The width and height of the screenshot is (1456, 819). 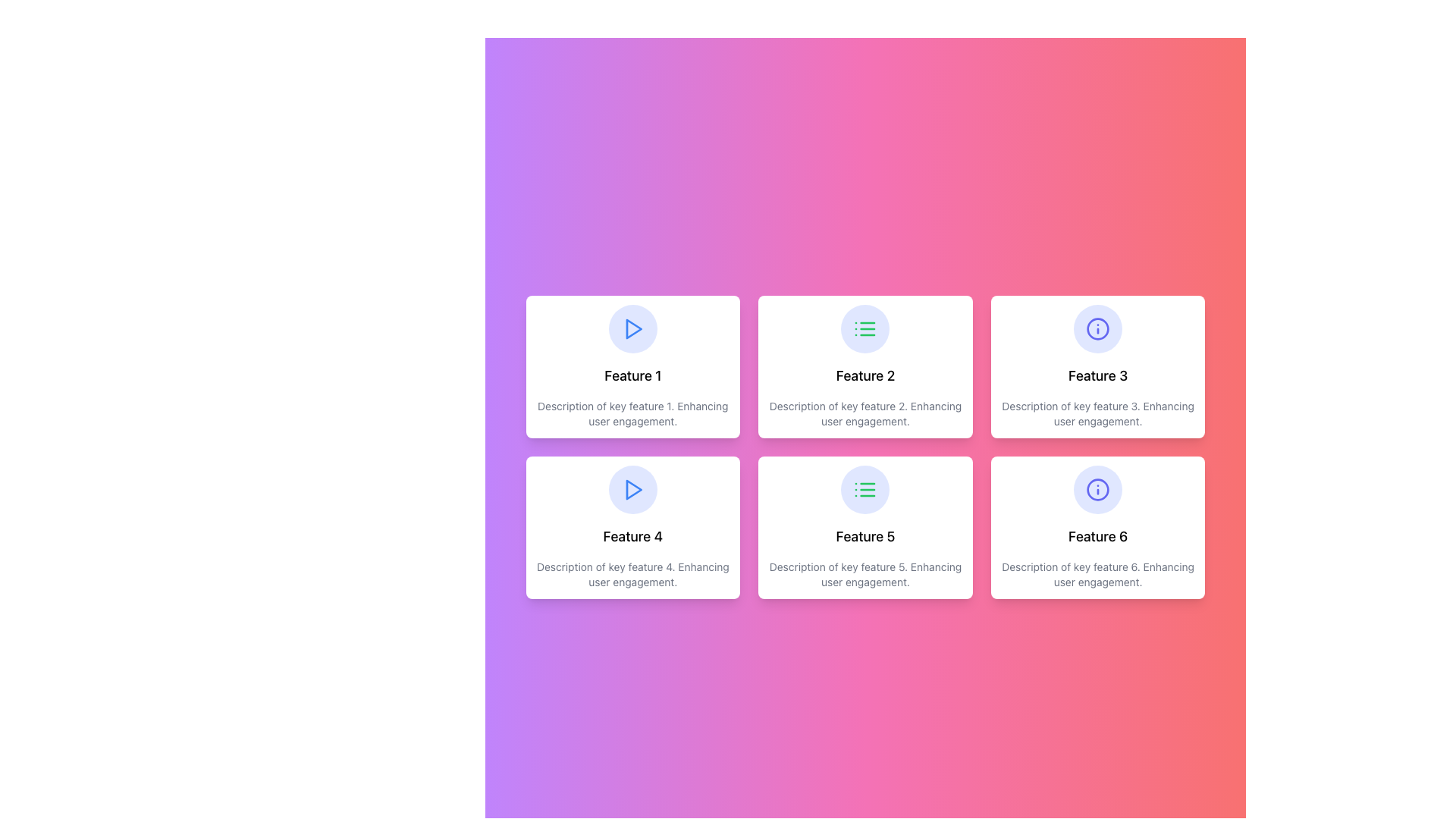 I want to click on the text label displaying 'Feature 3' which is located in the top-right quadrant of the grid layout, so click(x=1098, y=375).